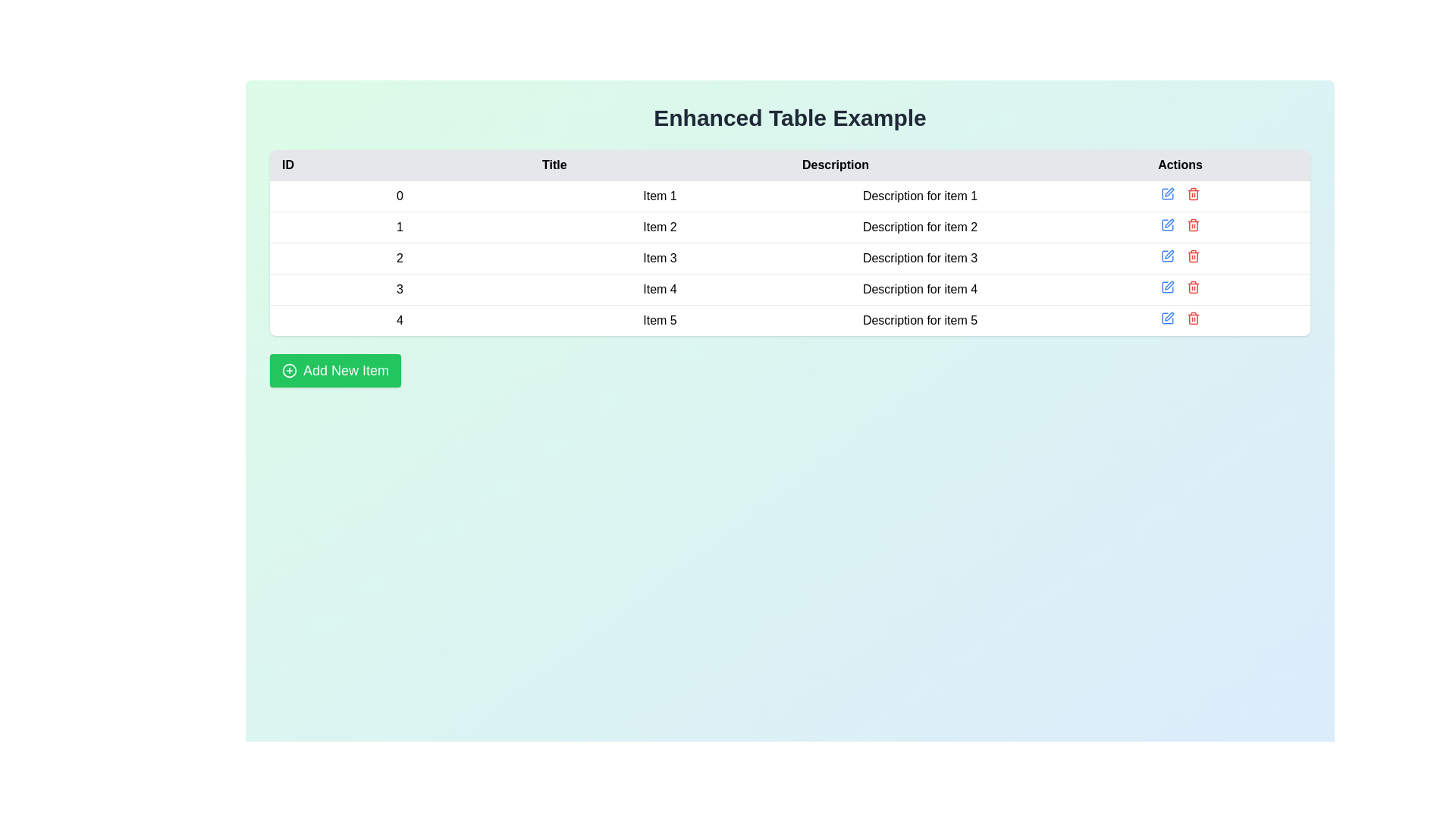  I want to click on the 'edit' icon located in the 'Actions' column of the last row in the table, so click(1168, 315).